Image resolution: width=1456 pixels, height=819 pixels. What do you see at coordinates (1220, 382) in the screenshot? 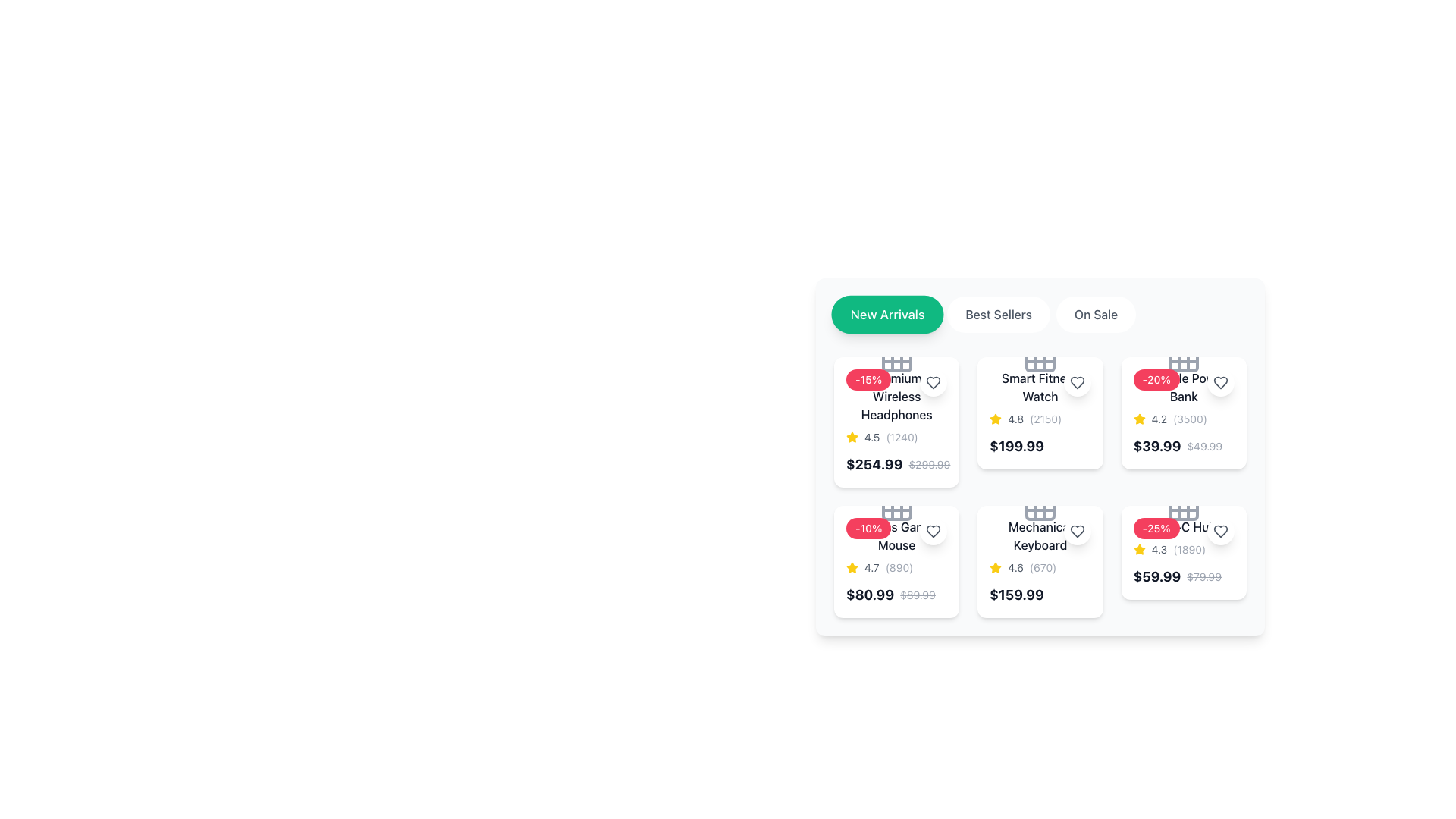
I see `the interactive heart icon in the top-right corner of the card representing the 'Portable Power Bank' to mark it as favorite or remove it from favorites` at bounding box center [1220, 382].